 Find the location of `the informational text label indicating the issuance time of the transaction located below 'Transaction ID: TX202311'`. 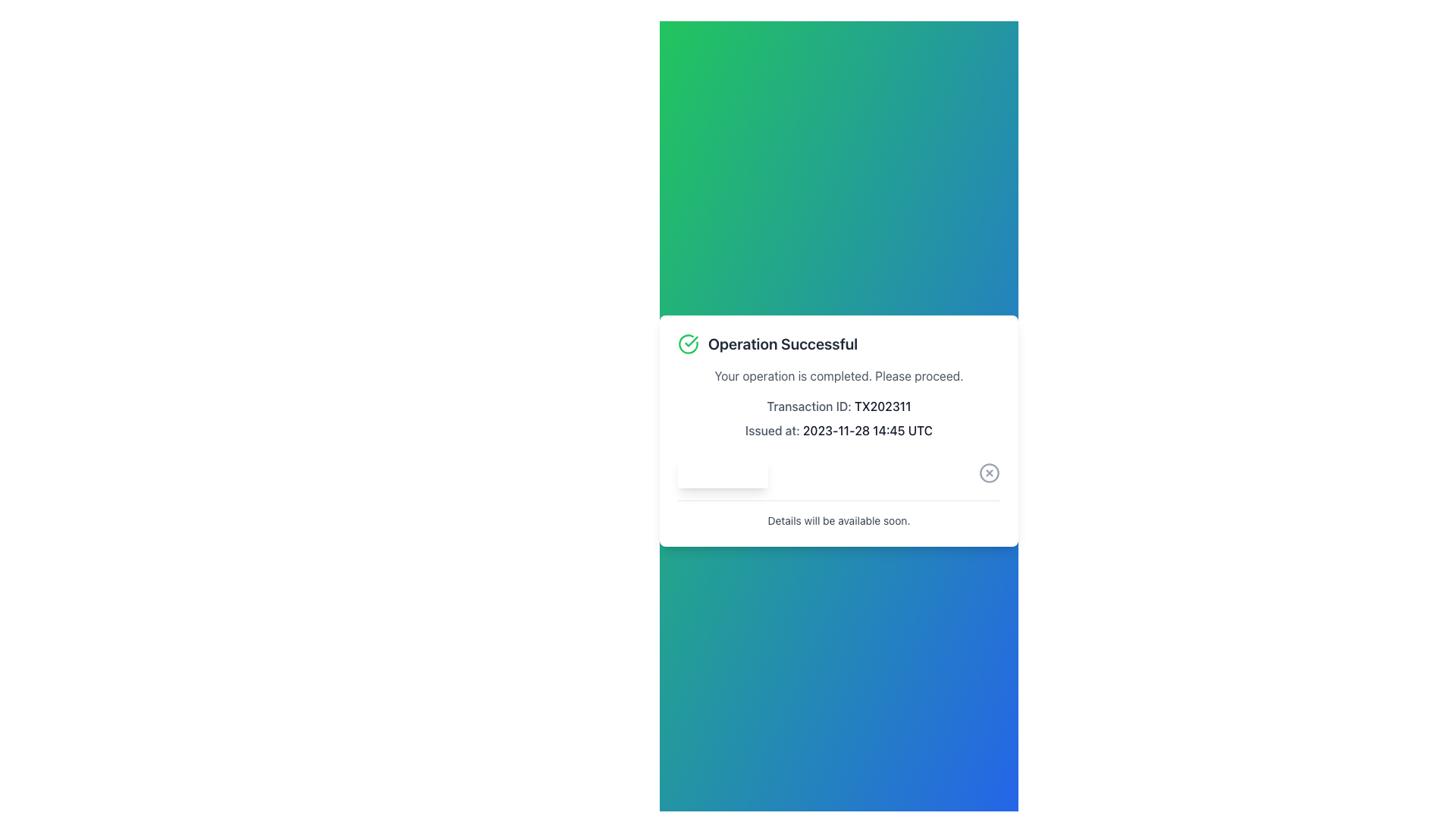

the informational text label indicating the issuance time of the transaction located below 'Transaction ID: TX202311' is located at coordinates (838, 430).